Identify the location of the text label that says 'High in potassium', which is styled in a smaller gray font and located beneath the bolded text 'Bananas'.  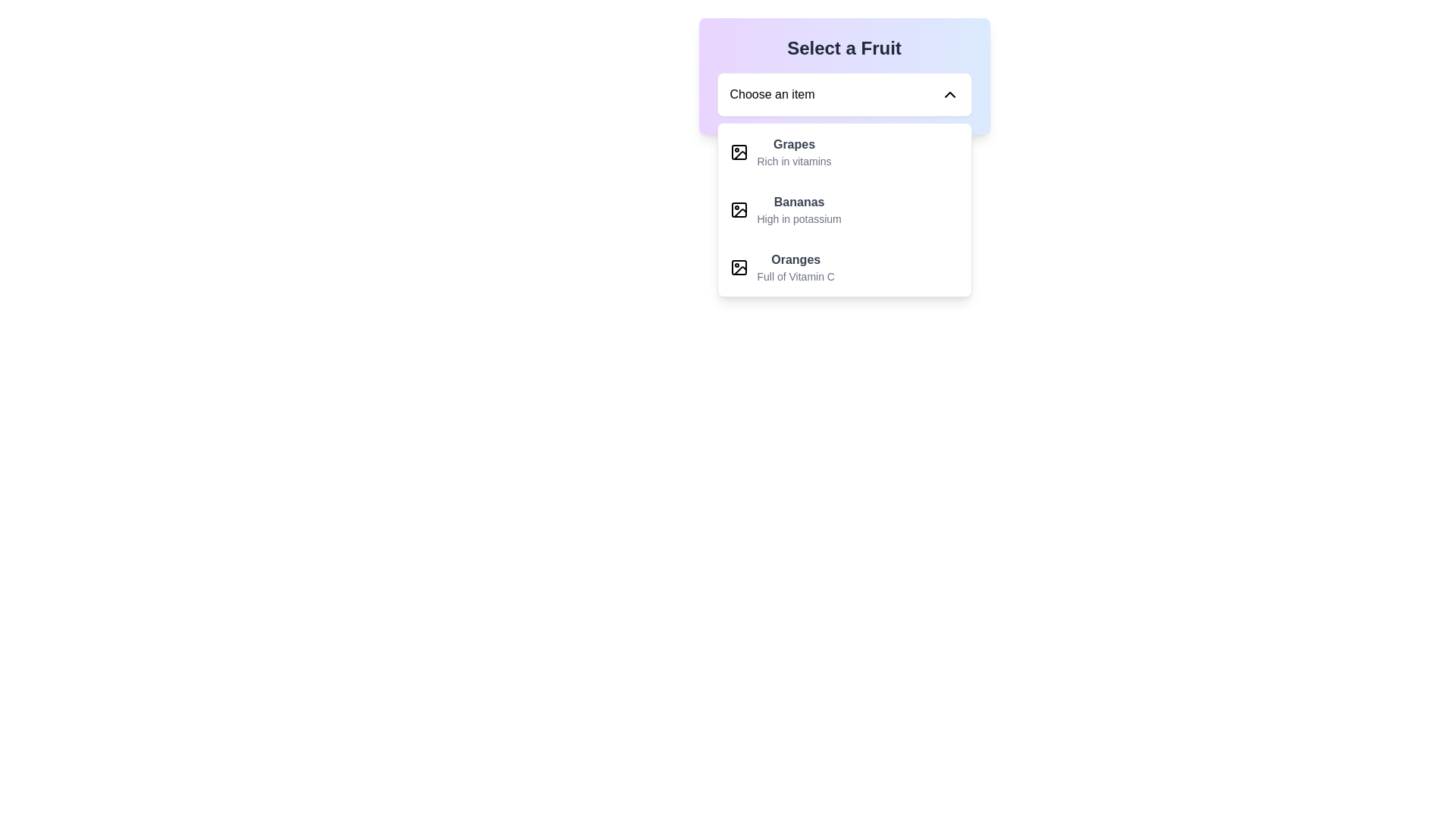
(799, 219).